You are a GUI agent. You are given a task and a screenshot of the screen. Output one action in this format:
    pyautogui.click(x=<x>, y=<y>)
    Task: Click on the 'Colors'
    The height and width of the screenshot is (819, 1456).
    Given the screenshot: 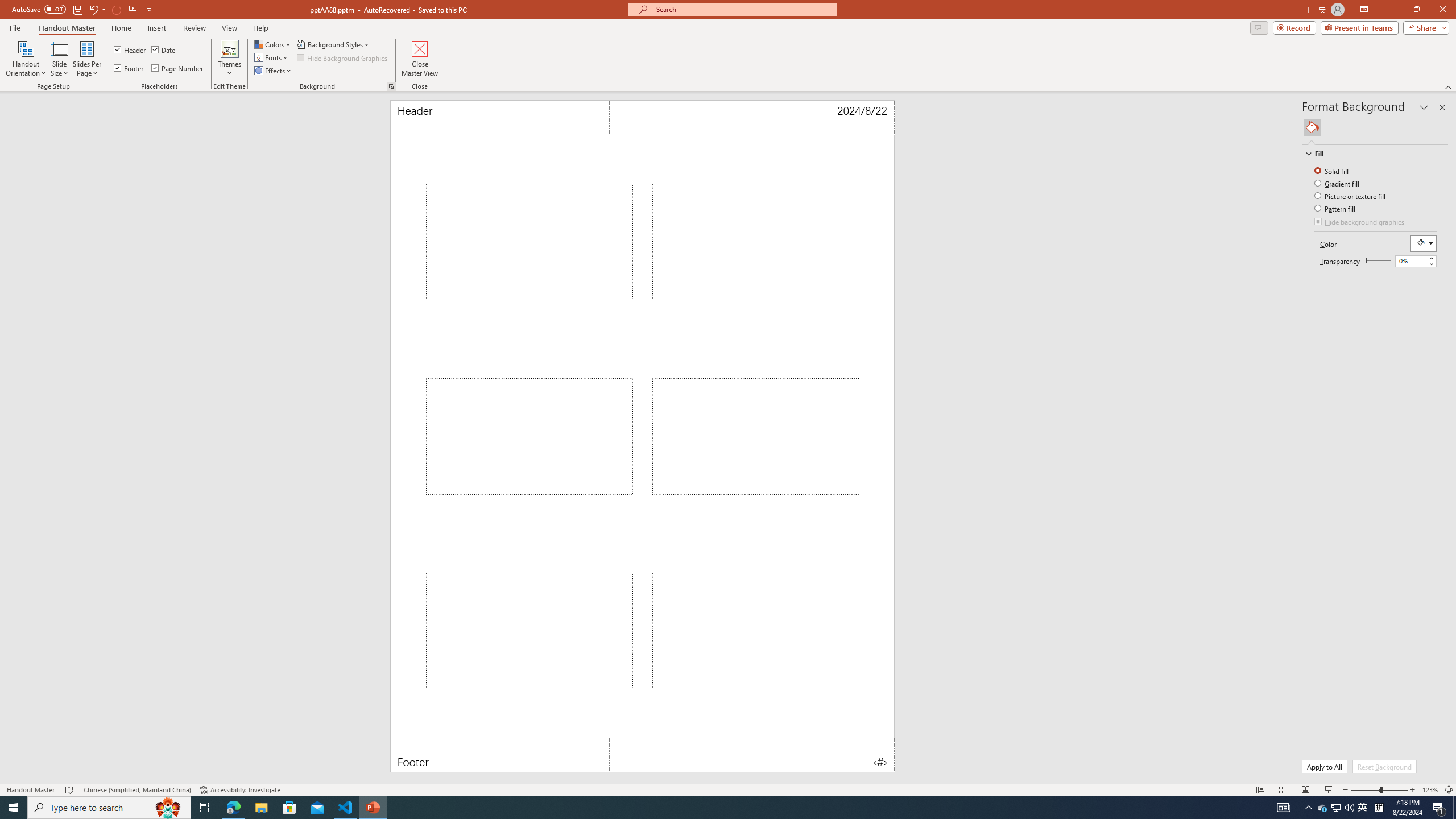 What is the action you would take?
    pyautogui.click(x=273, y=44)
    